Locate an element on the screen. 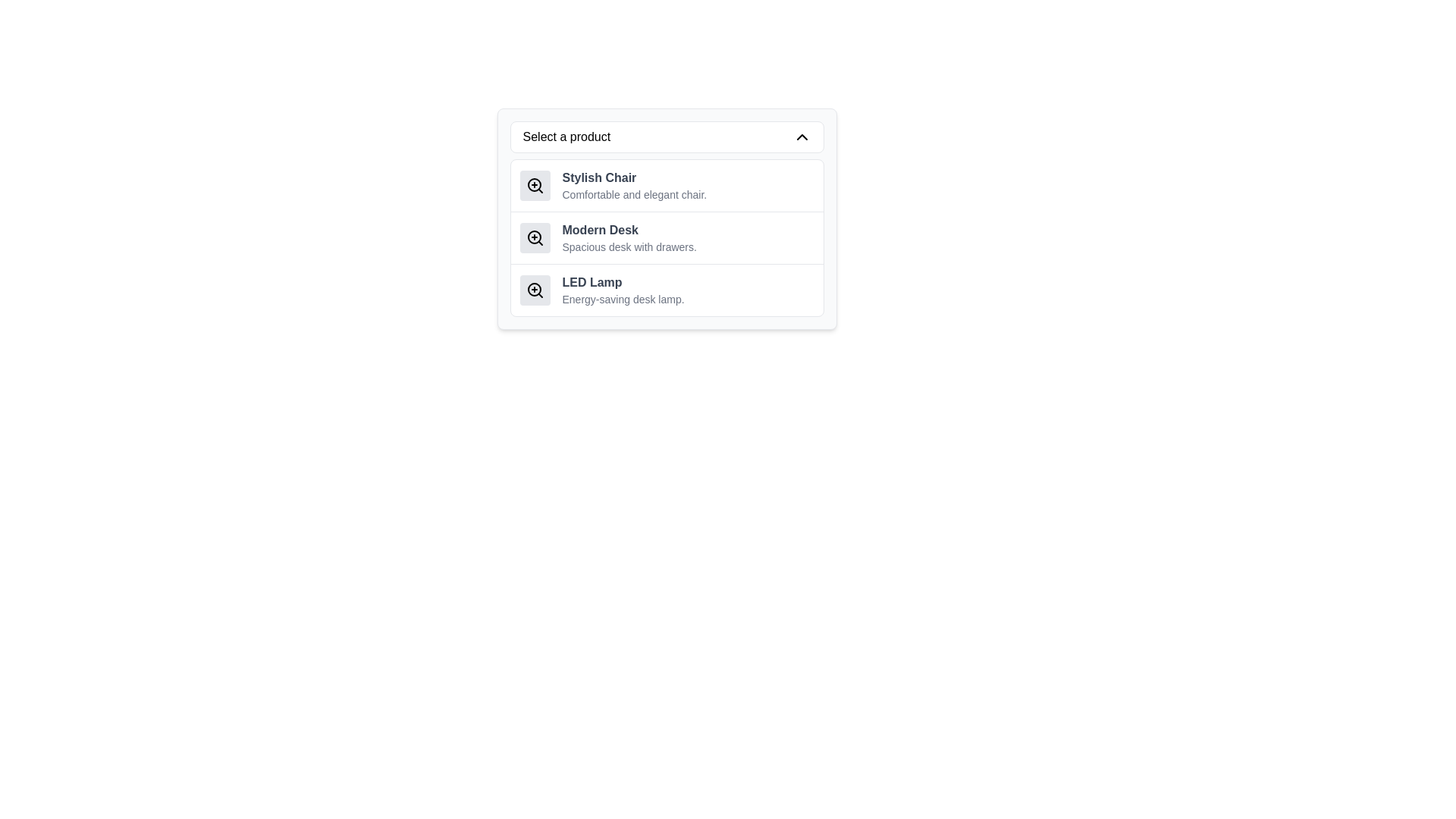 The height and width of the screenshot is (819, 1456). the text label for the product item in the dropdown menu titled 'Select a product', which is positioned above the item description 'Spacious desk with drawers' is located at coordinates (629, 231).